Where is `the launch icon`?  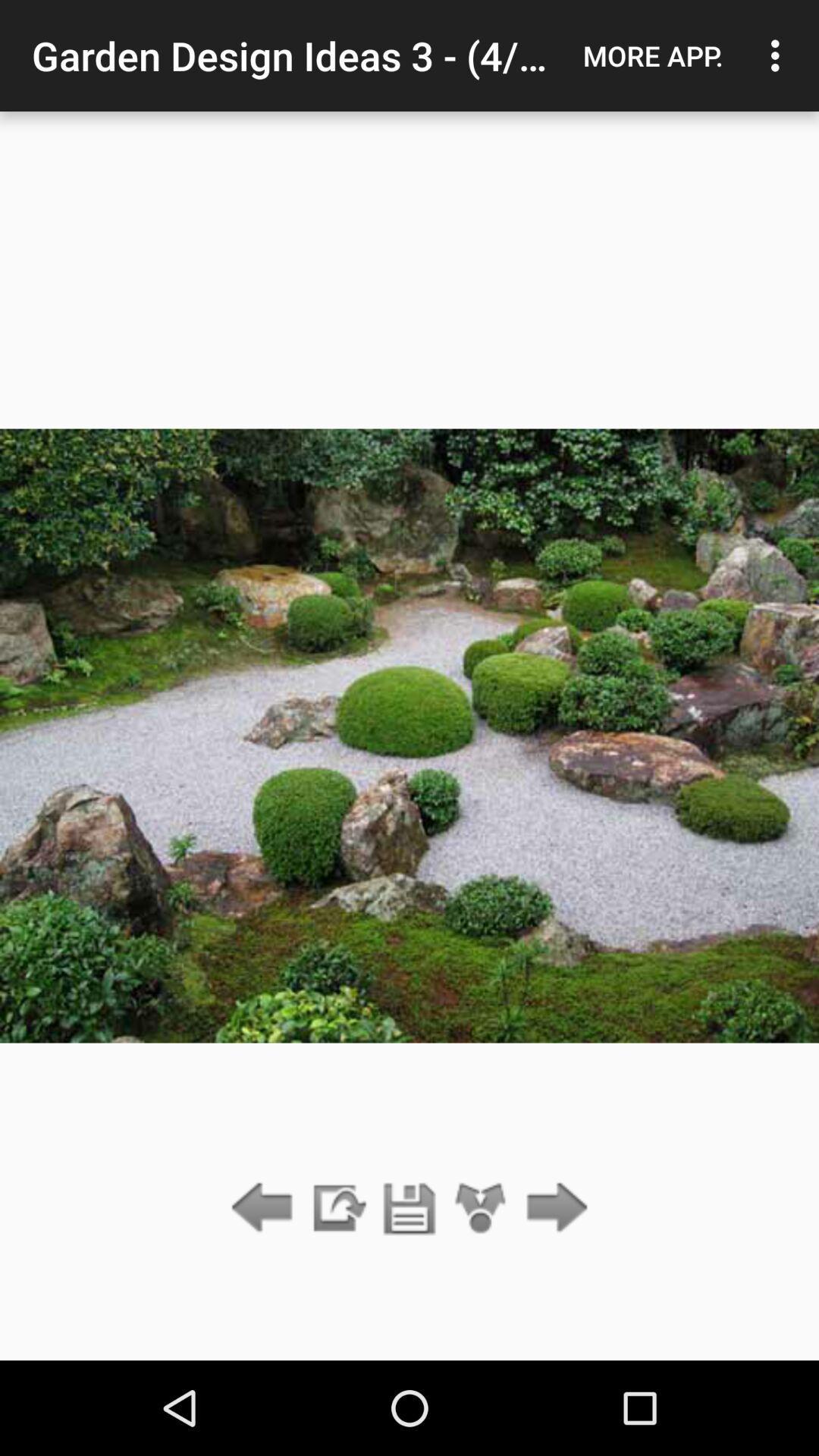
the launch icon is located at coordinates (337, 1208).